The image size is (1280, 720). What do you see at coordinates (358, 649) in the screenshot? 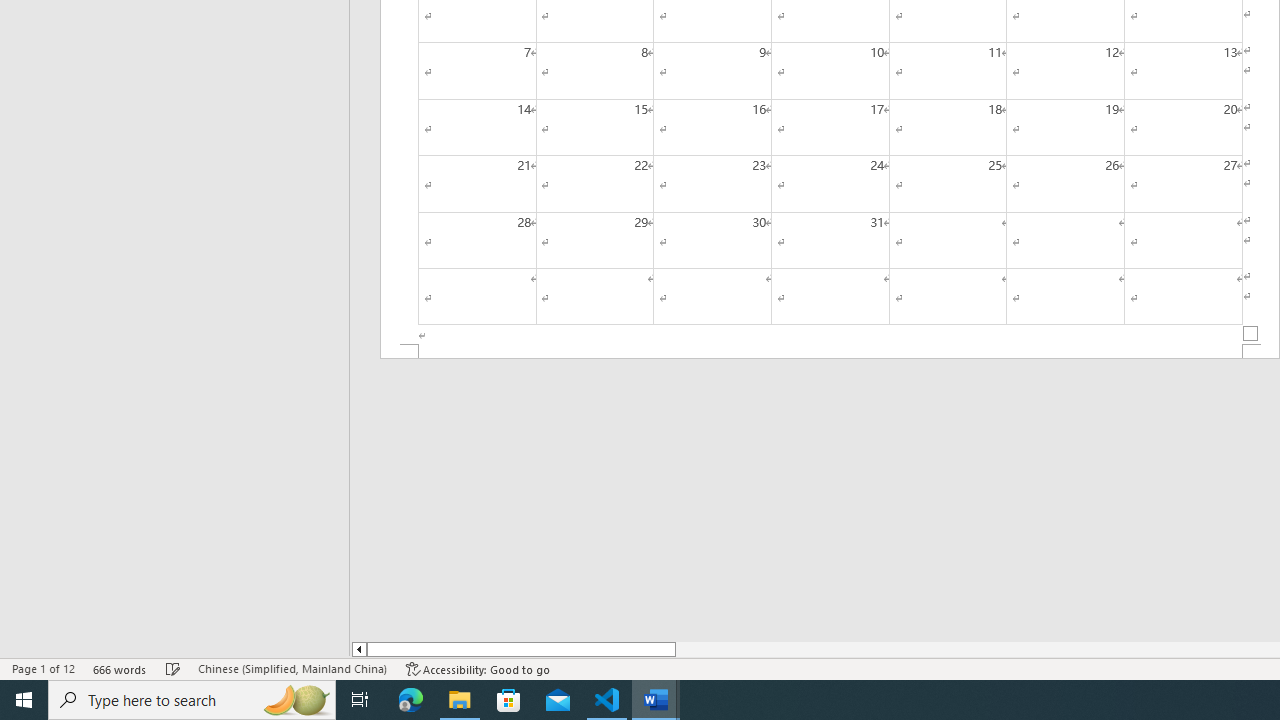
I see `'Column left'` at bounding box center [358, 649].